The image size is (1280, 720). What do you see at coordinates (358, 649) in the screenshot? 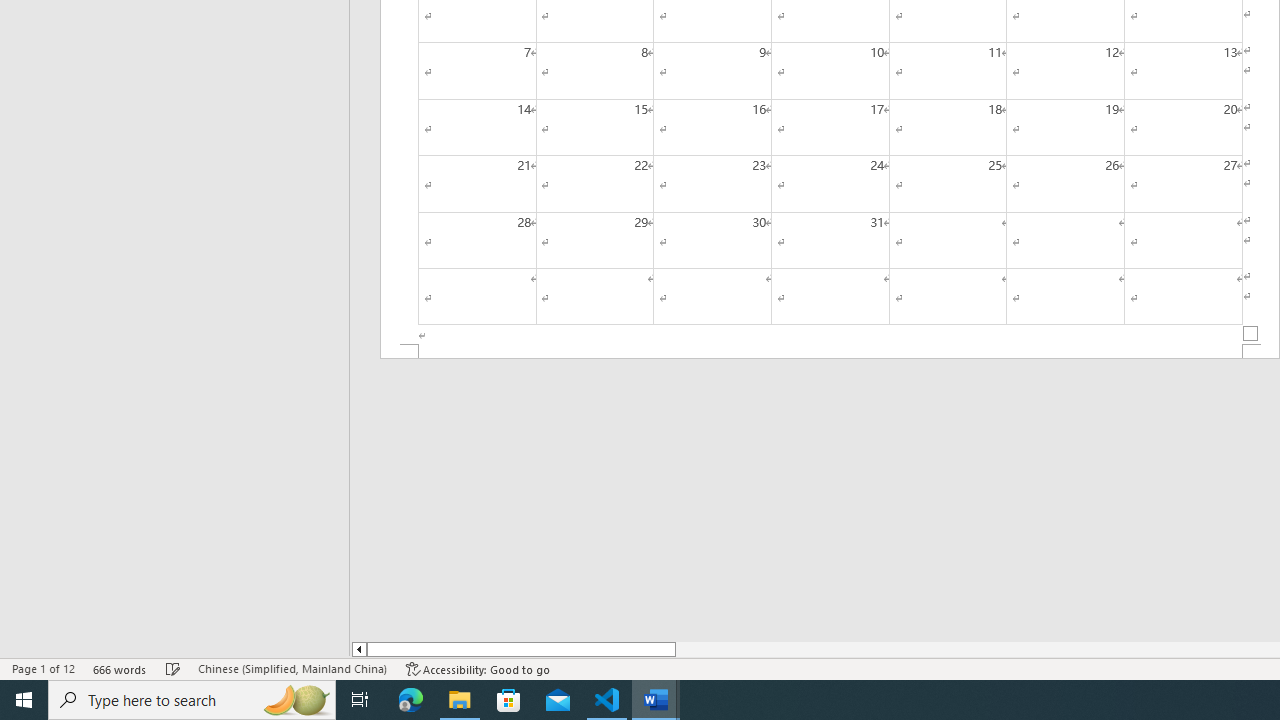
I see `'Column left'` at bounding box center [358, 649].